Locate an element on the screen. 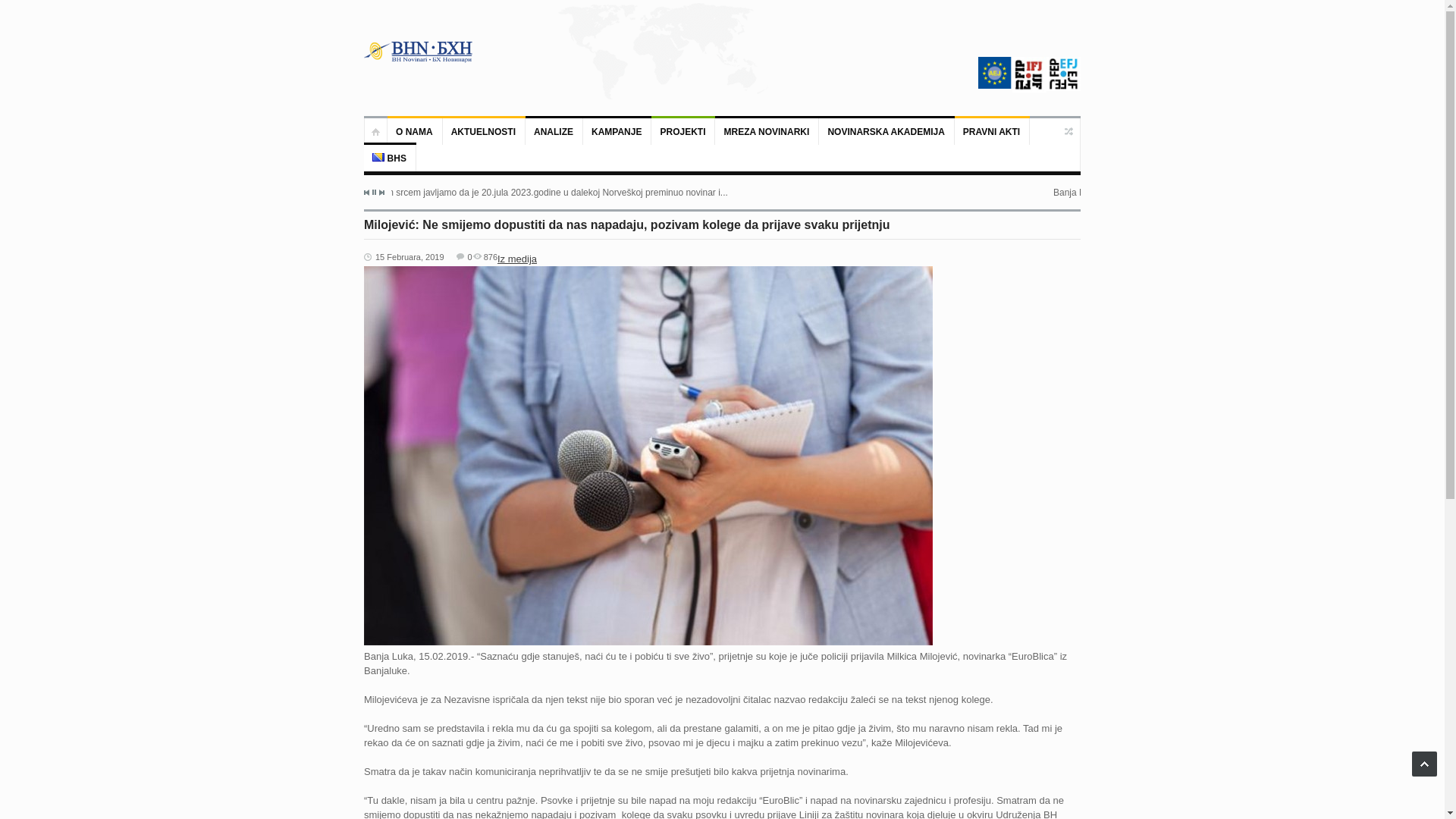 The height and width of the screenshot is (819, 1456). 'MREZA NOVINARKI' is located at coordinates (767, 130).